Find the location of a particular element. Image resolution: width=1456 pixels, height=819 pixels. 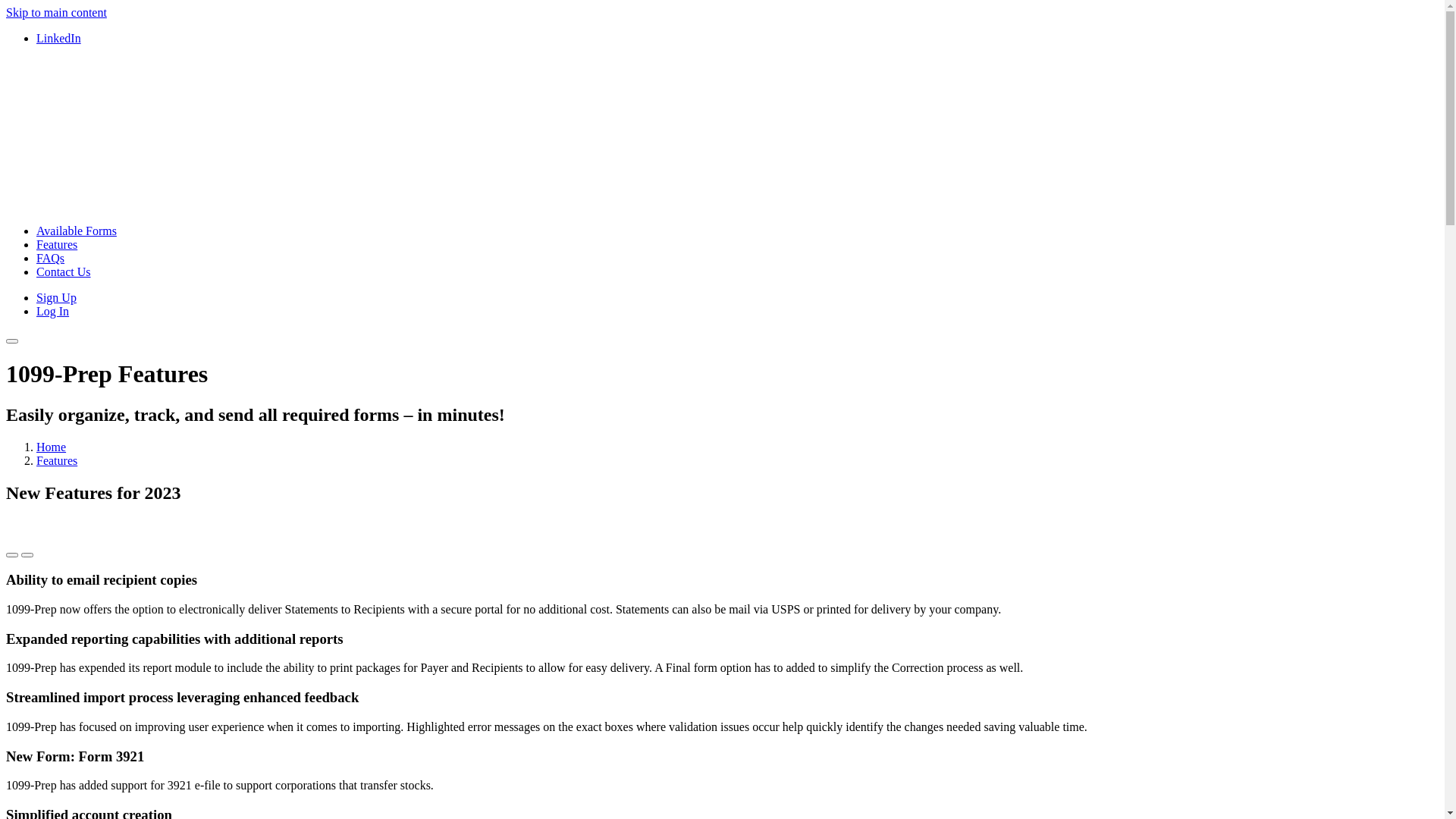

'Log In' is located at coordinates (52, 310).